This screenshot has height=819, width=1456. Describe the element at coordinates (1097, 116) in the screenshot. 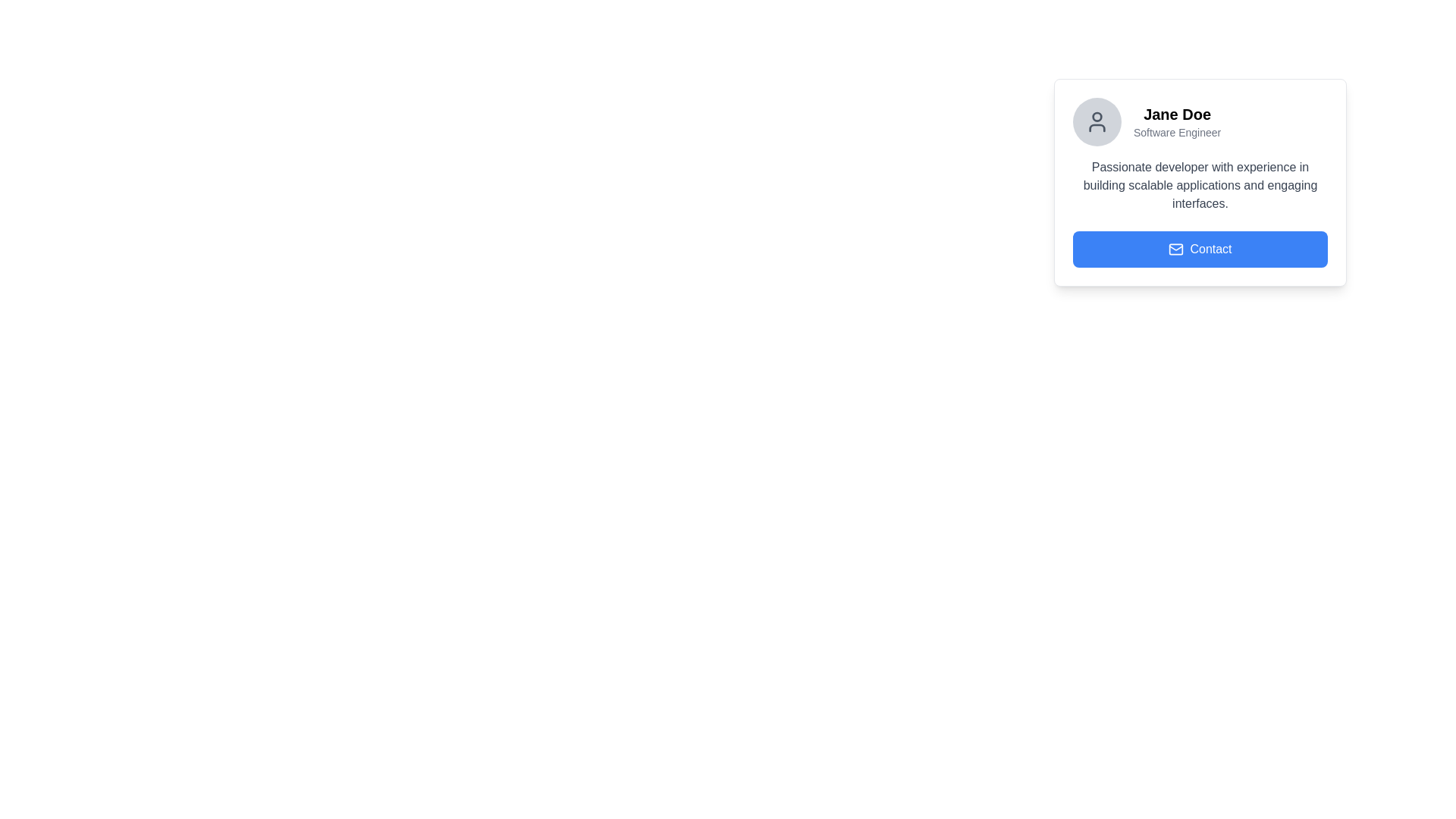

I see `the circular element representing the user's profile picture within the user profile icon located near the top-left of the profile card` at that location.